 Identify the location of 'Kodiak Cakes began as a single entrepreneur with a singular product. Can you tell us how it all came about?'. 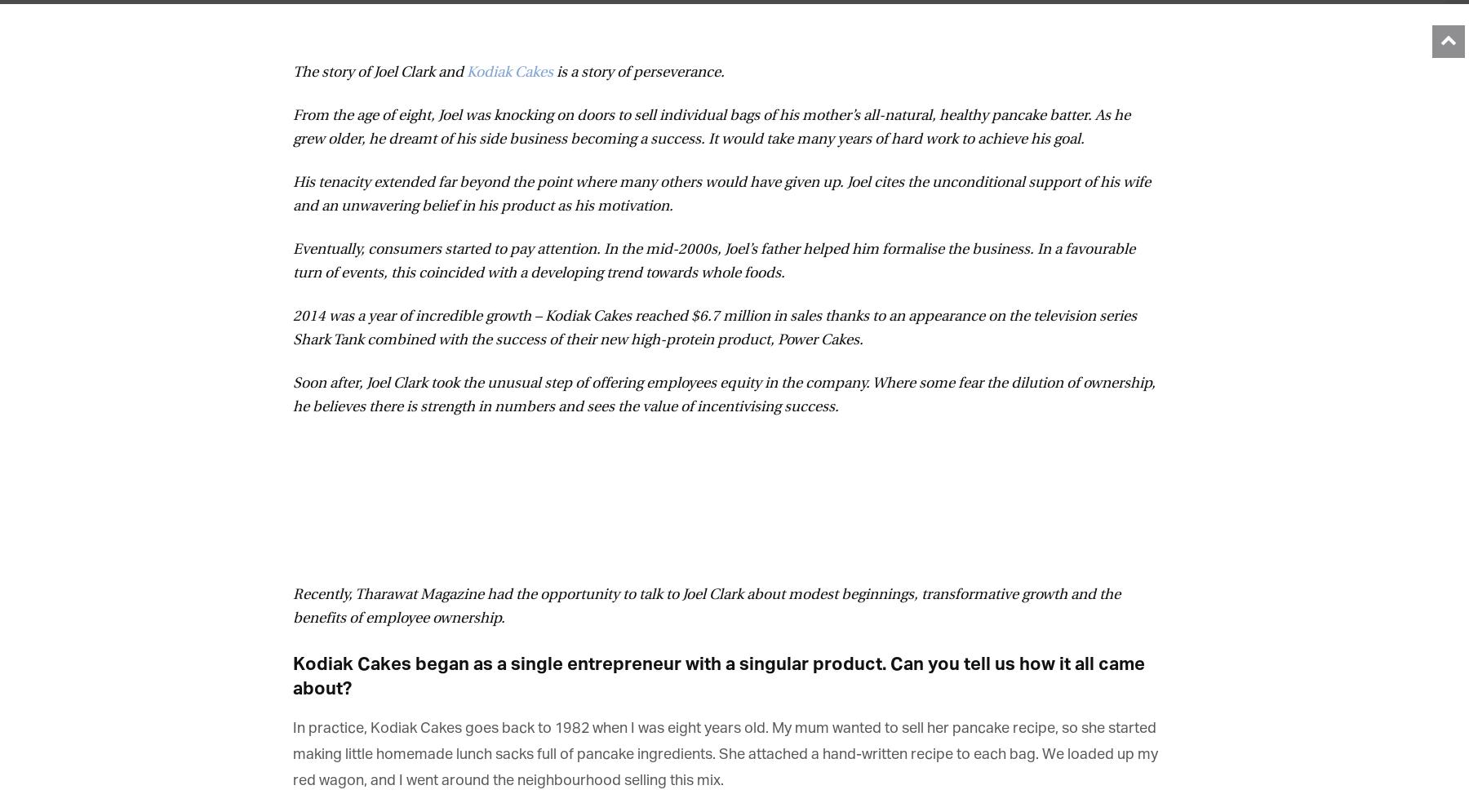
(718, 677).